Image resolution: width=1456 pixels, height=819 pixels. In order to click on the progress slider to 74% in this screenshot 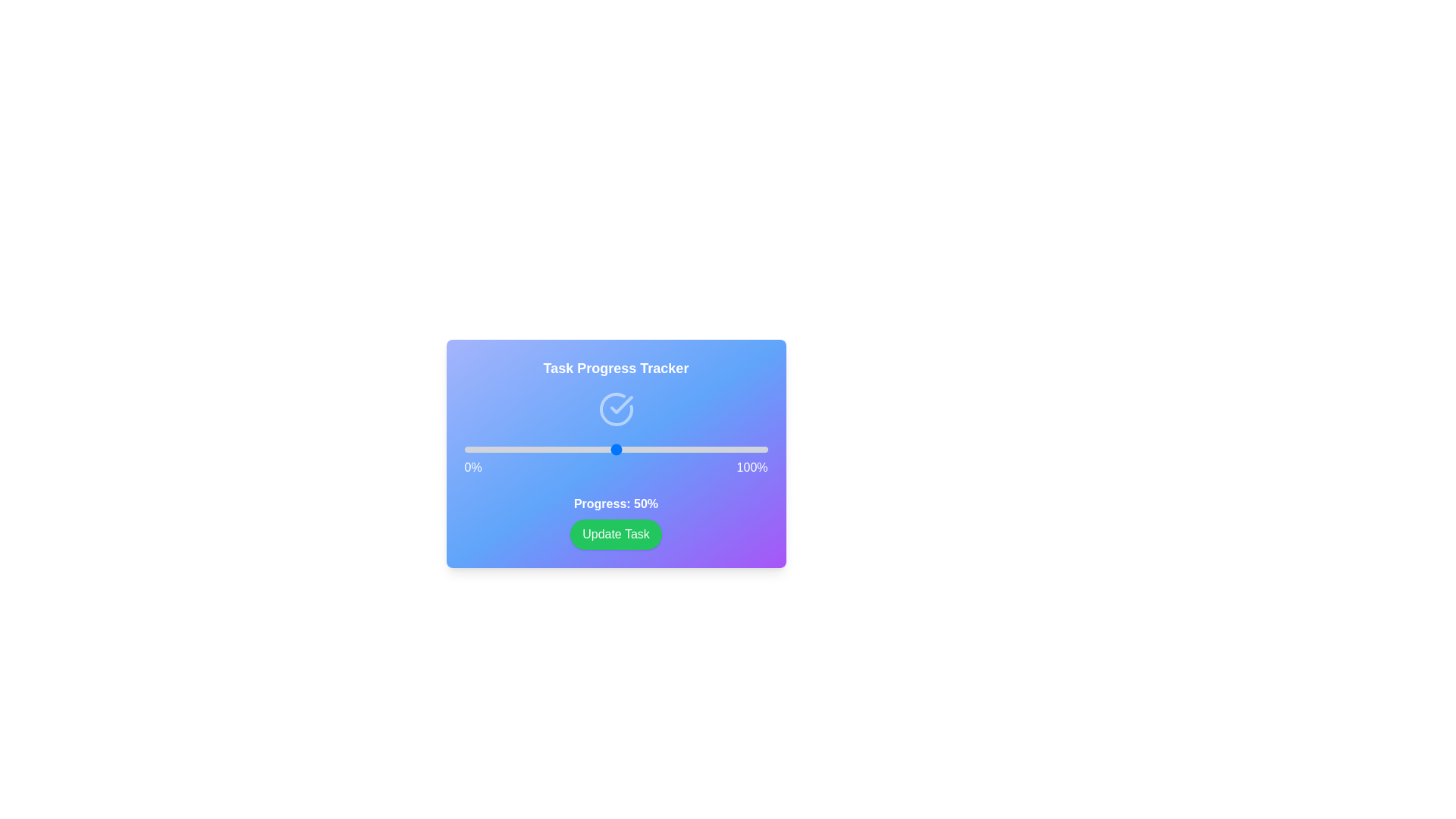, I will do `click(688, 449)`.